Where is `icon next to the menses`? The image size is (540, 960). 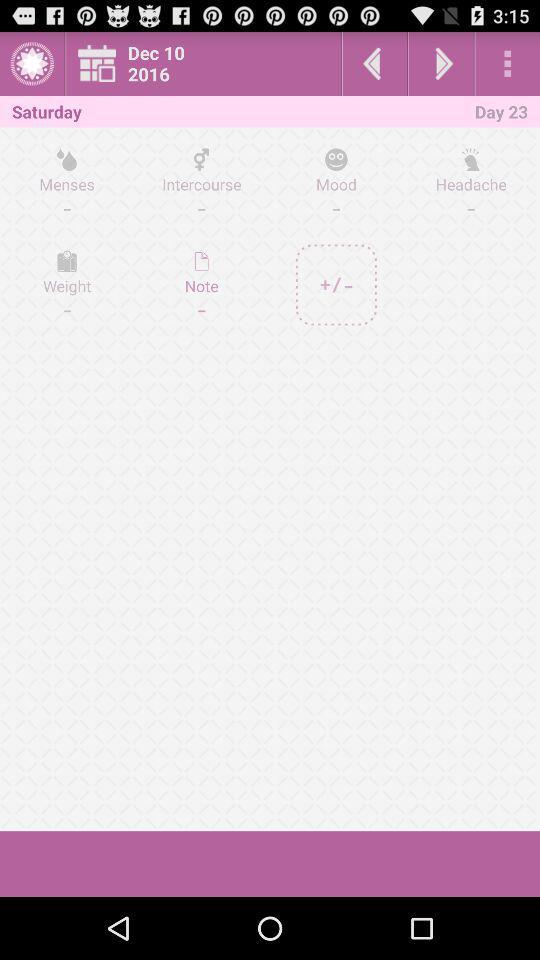
icon next to the menses is located at coordinates (201, 284).